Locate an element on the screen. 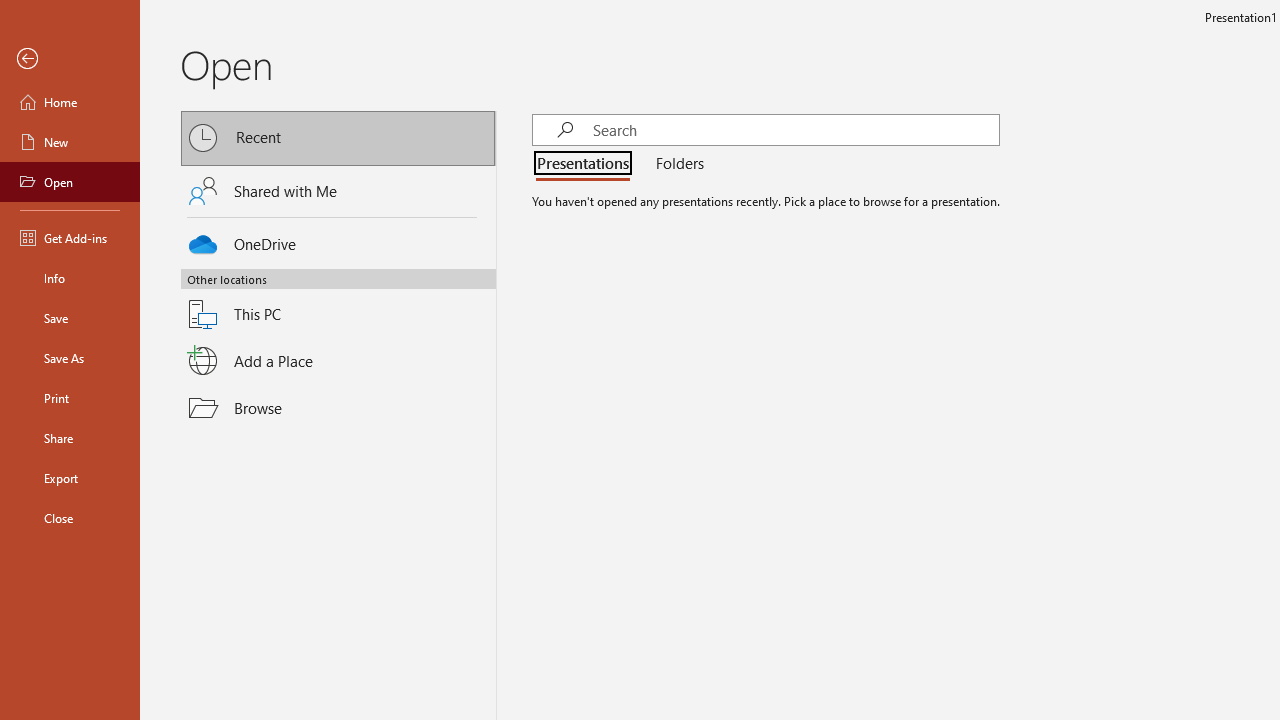 This screenshot has width=1280, height=720. 'This PC' is located at coordinates (338, 302).